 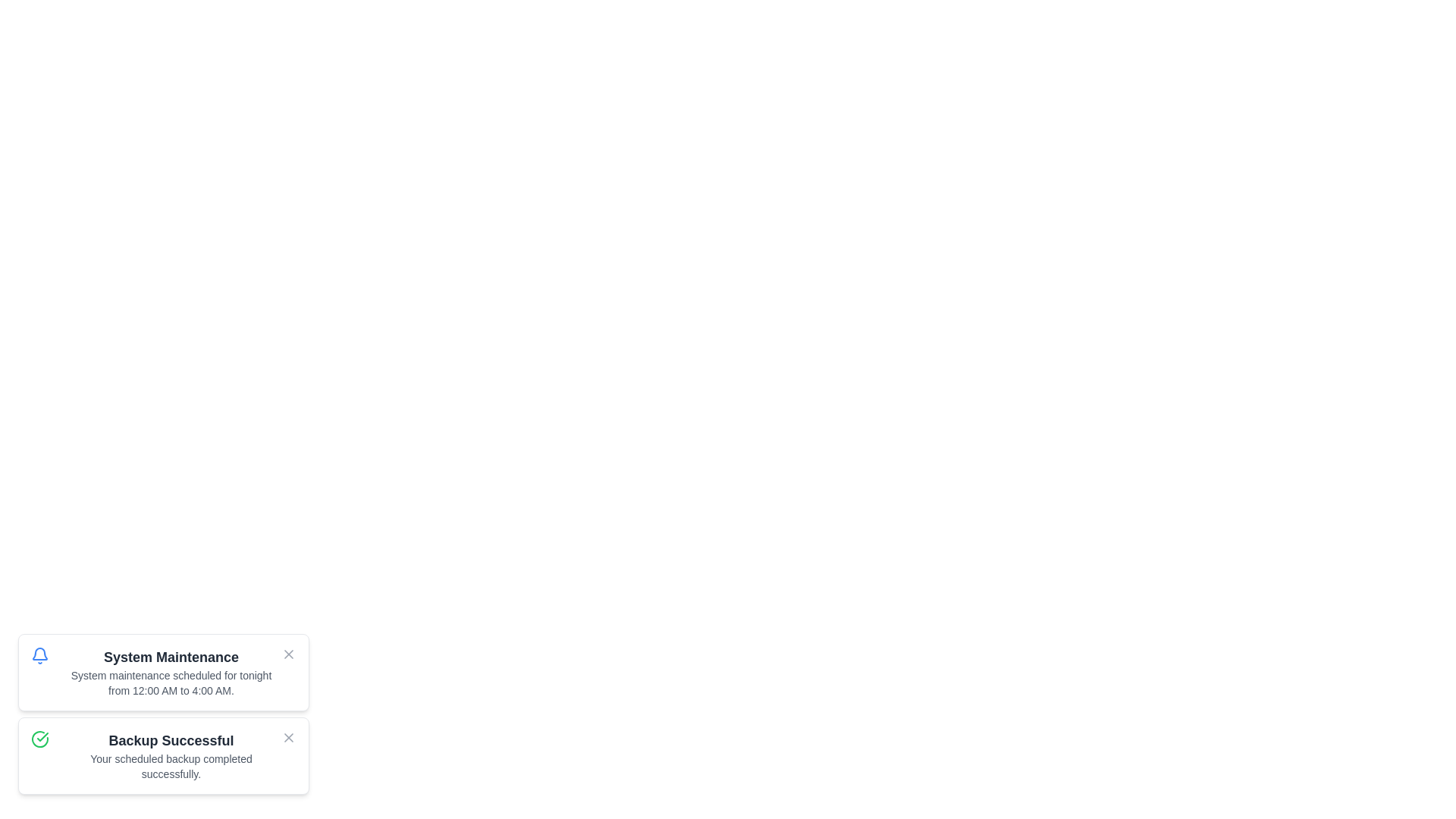 What do you see at coordinates (171, 683) in the screenshot?
I see `the text block displaying 'System maintenance scheduled for tonight from 12:00 AM to 4:00 AM.' which is located inside a notification card in the lower-left region of the interface` at bounding box center [171, 683].